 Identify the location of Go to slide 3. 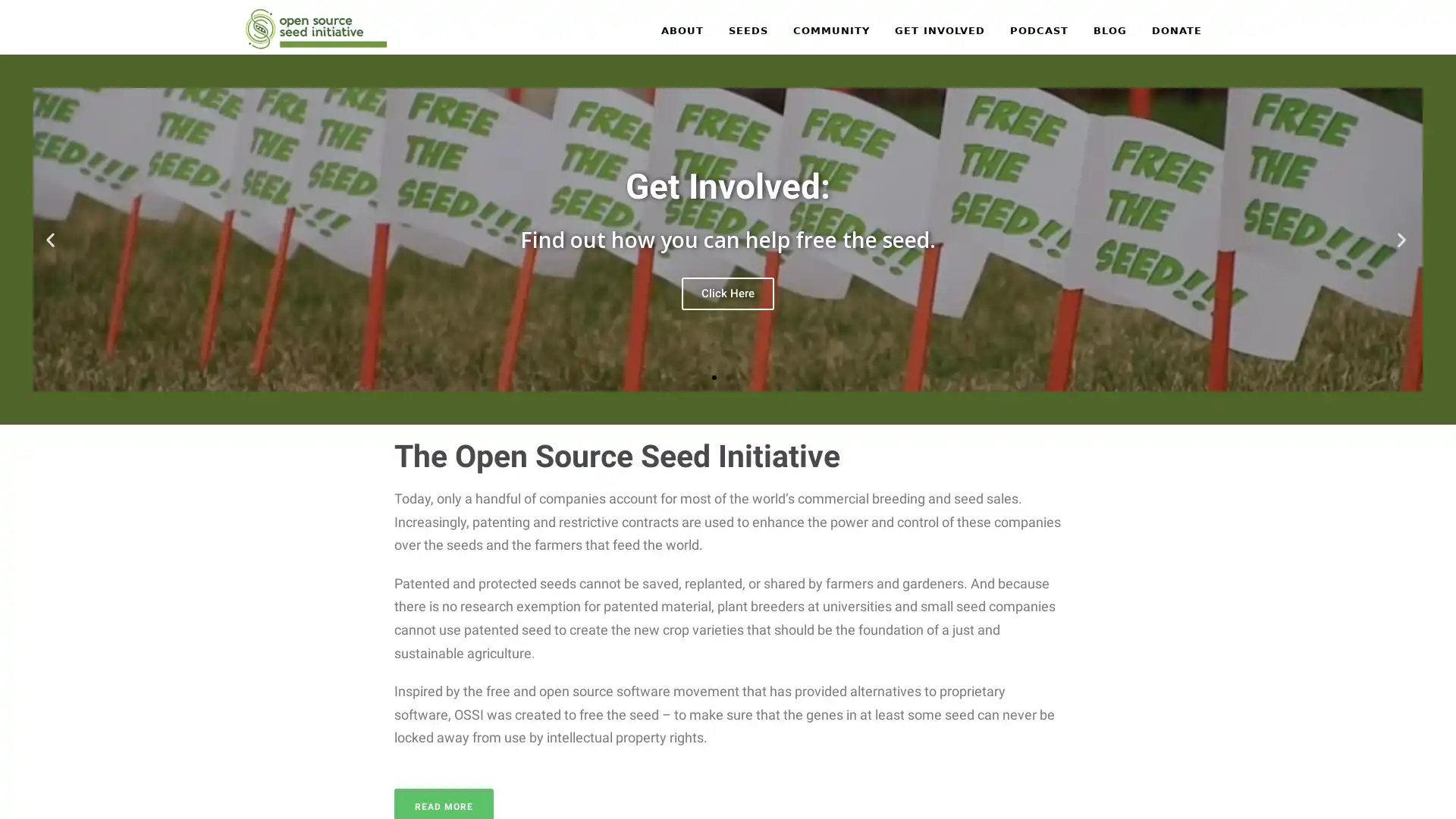
(742, 376).